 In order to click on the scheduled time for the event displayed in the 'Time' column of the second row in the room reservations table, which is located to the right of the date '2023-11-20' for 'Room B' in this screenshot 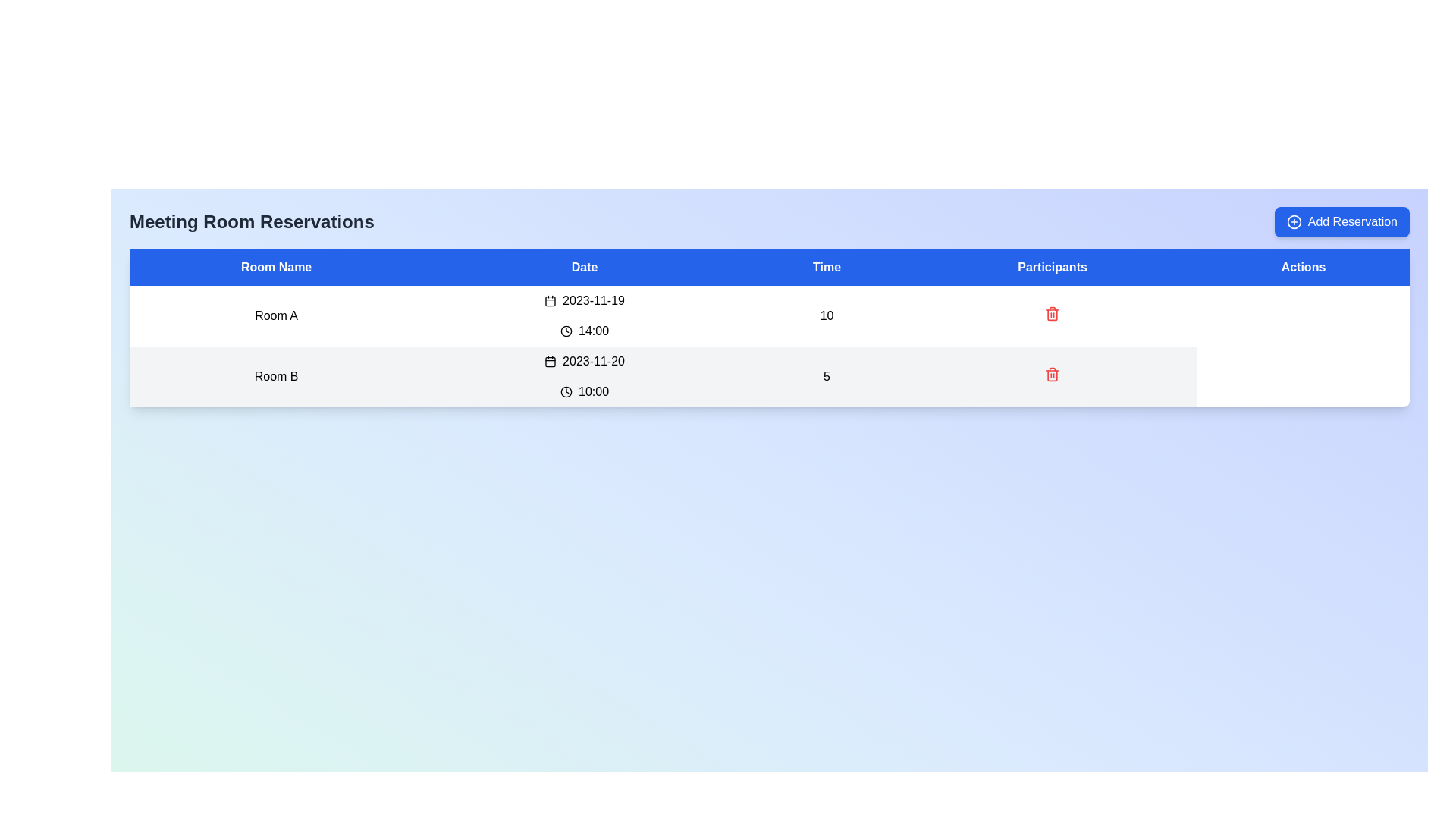, I will do `click(584, 391)`.